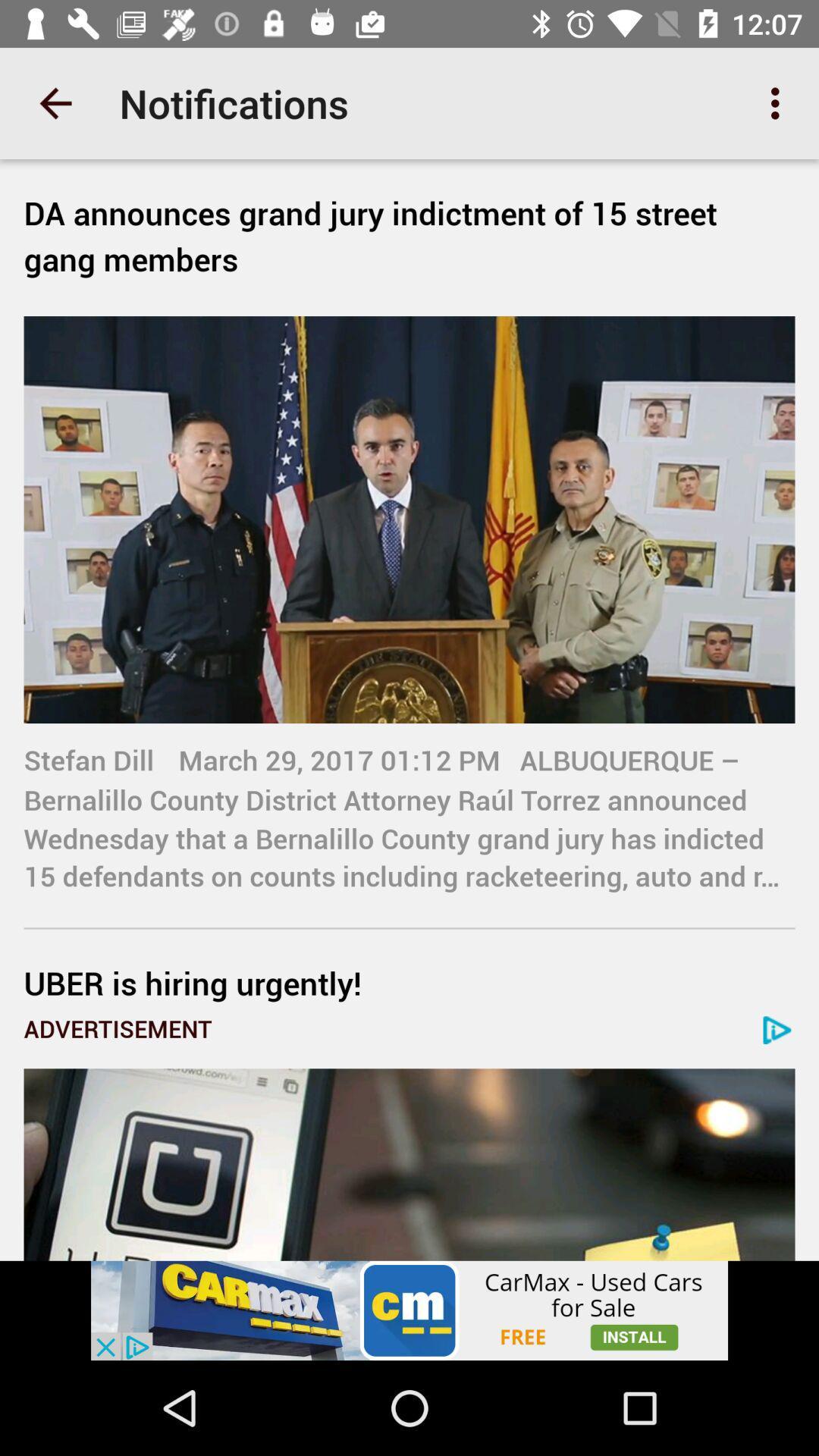 This screenshot has width=819, height=1456. What do you see at coordinates (779, 102) in the screenshot?
I see `the icon at the top right corner` at bounding box center [779, 102].